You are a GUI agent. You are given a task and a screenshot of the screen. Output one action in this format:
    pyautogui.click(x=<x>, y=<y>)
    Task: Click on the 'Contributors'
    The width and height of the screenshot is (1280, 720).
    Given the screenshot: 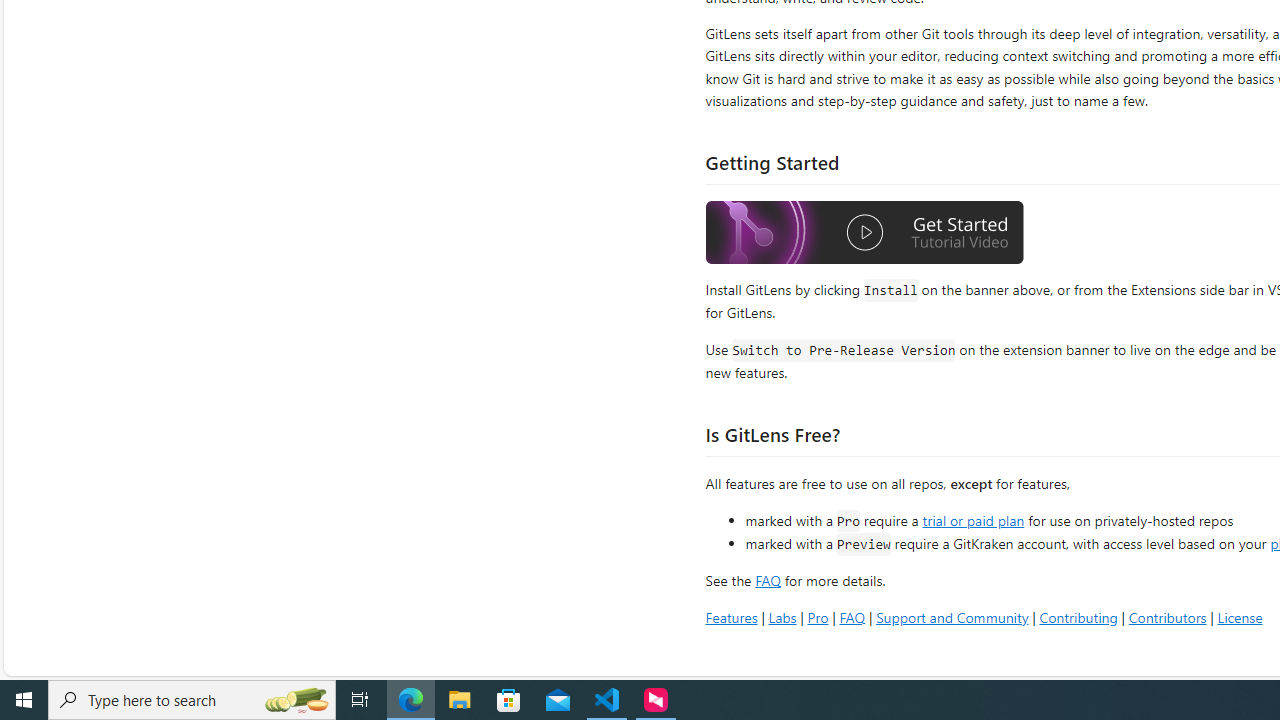 What is the action you would take?
    pyautogui.click(x=1167, y=616)
    